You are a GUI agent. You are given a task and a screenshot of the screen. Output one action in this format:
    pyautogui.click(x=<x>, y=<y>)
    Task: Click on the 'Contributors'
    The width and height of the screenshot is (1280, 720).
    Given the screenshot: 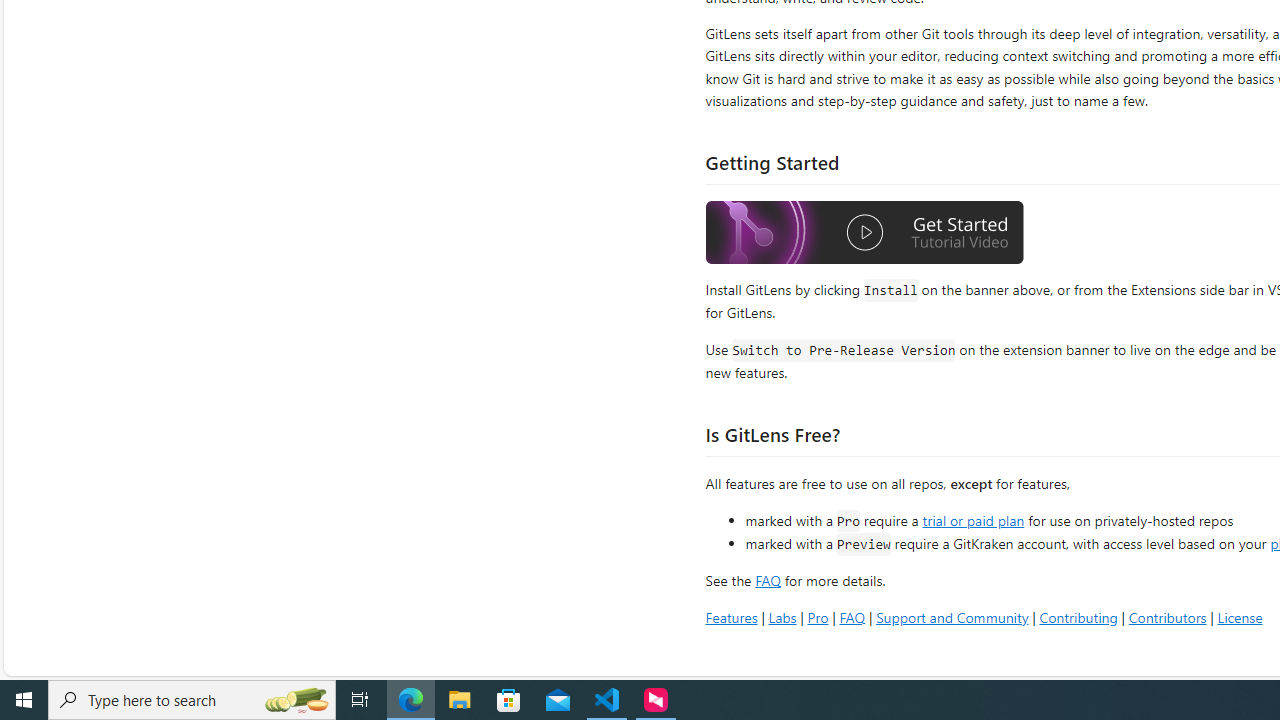 What is the action you would take?
    pyautogui.click(x=1167, y=616)
    